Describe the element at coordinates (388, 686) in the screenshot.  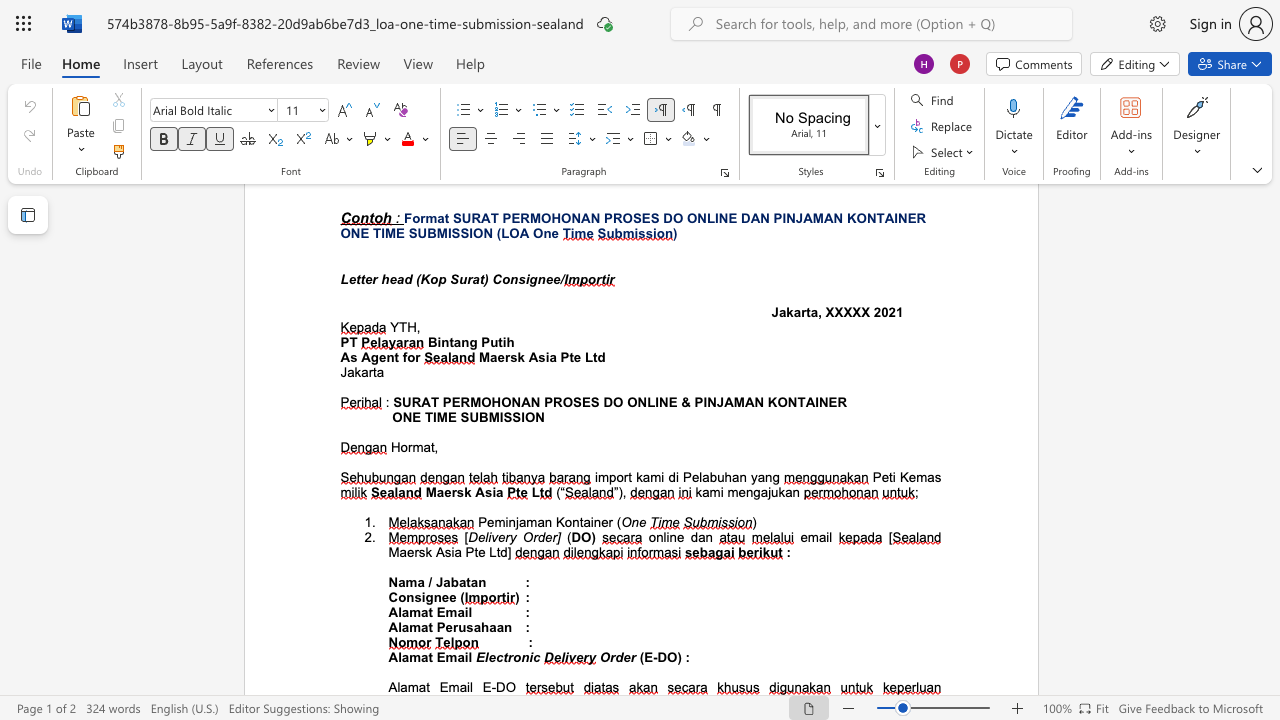
I see `the subset text "Alamat E" within the text "Alamat Email E-DO"` at that location.